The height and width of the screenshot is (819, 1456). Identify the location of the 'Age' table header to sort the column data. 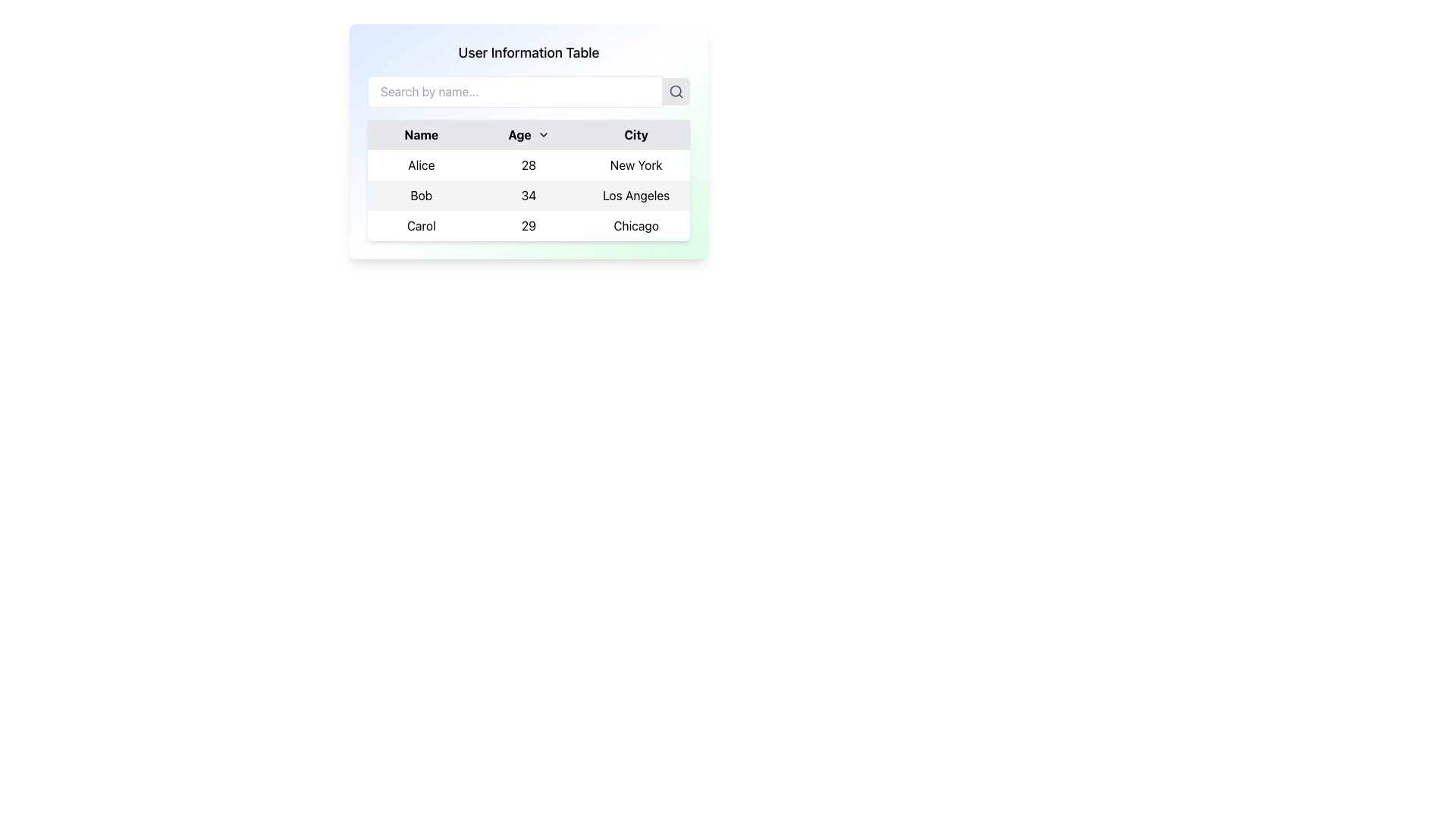
(529, 141).